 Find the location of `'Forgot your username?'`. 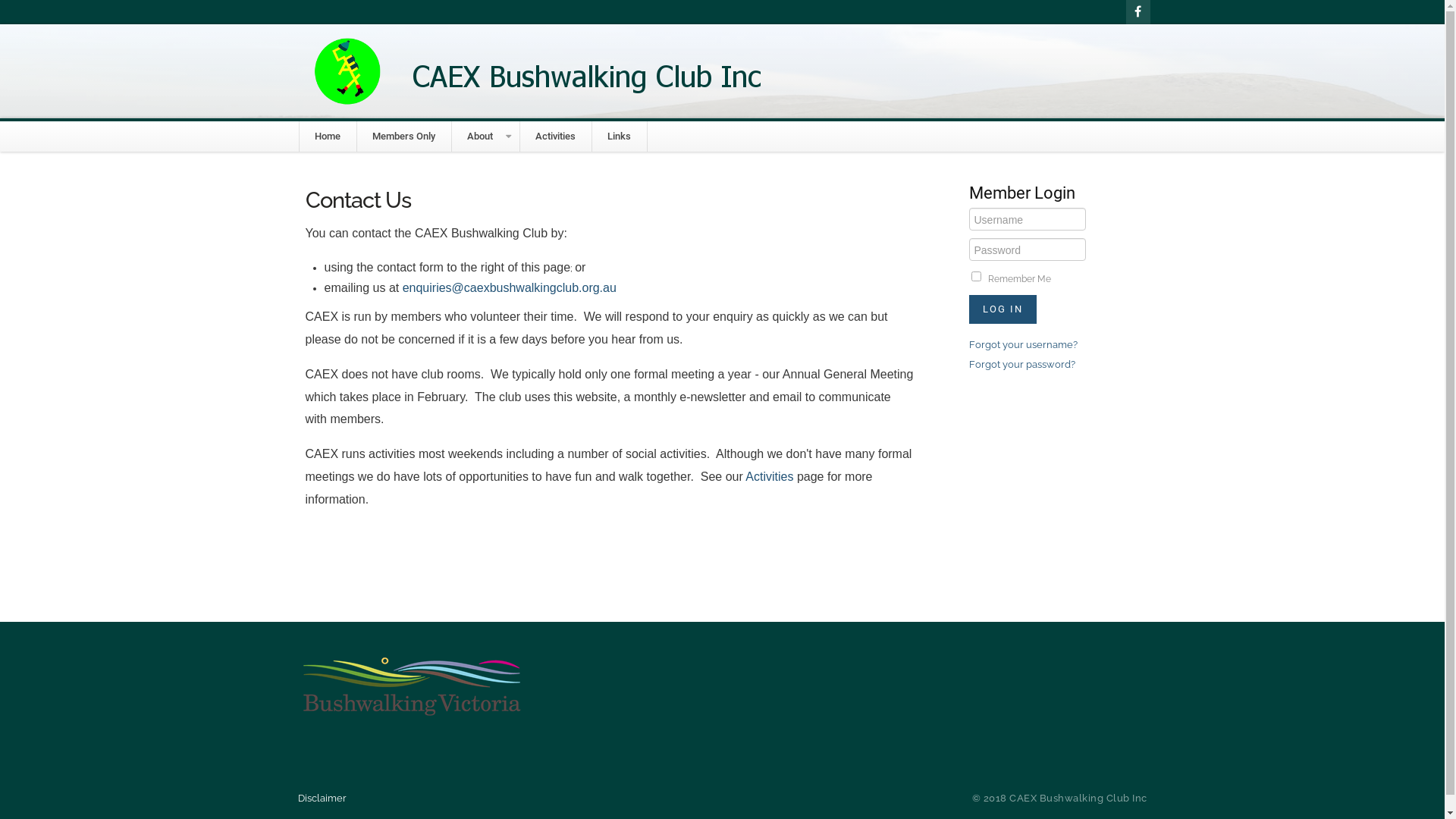

'Forgot your username?' is located at coordinates (1023, 344).